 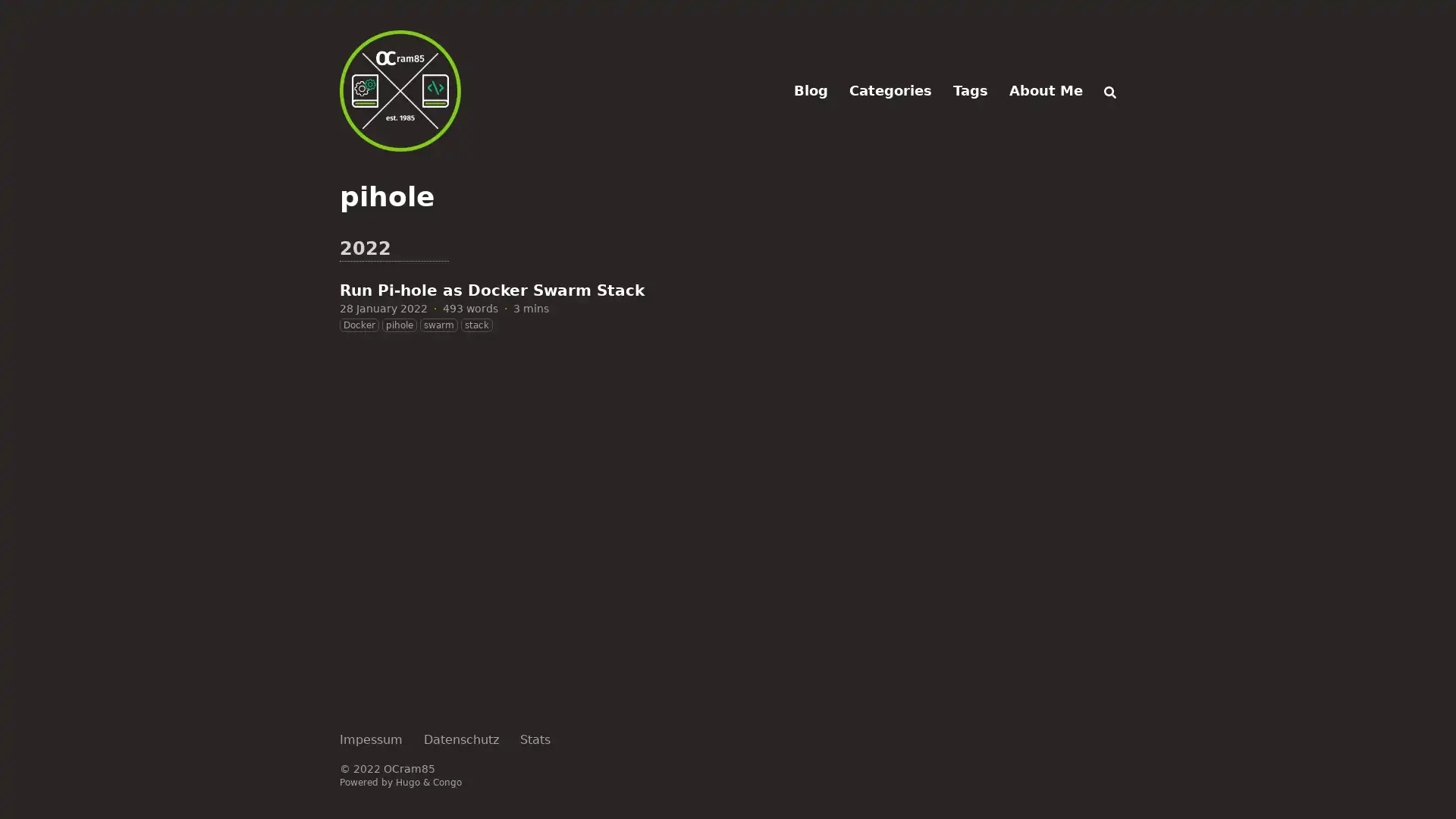 What do you see at coordinates (1110, 91) in the screenshot?
I see `Search (/)` at bounding box center [1110, 91].